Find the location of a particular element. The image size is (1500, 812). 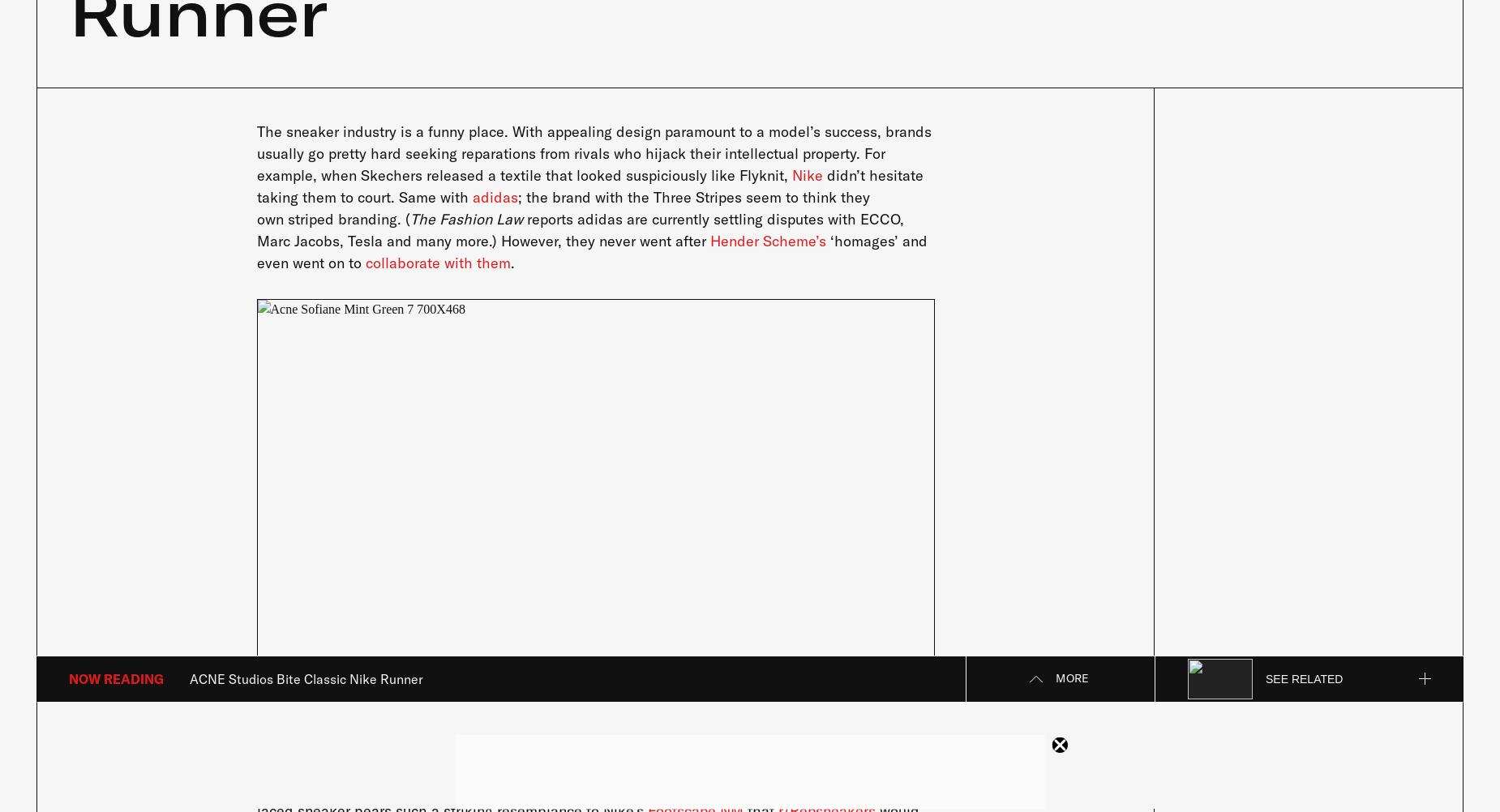

'didn’t hesitate taking them to court. Same with' is located at coordinates (589, 185).